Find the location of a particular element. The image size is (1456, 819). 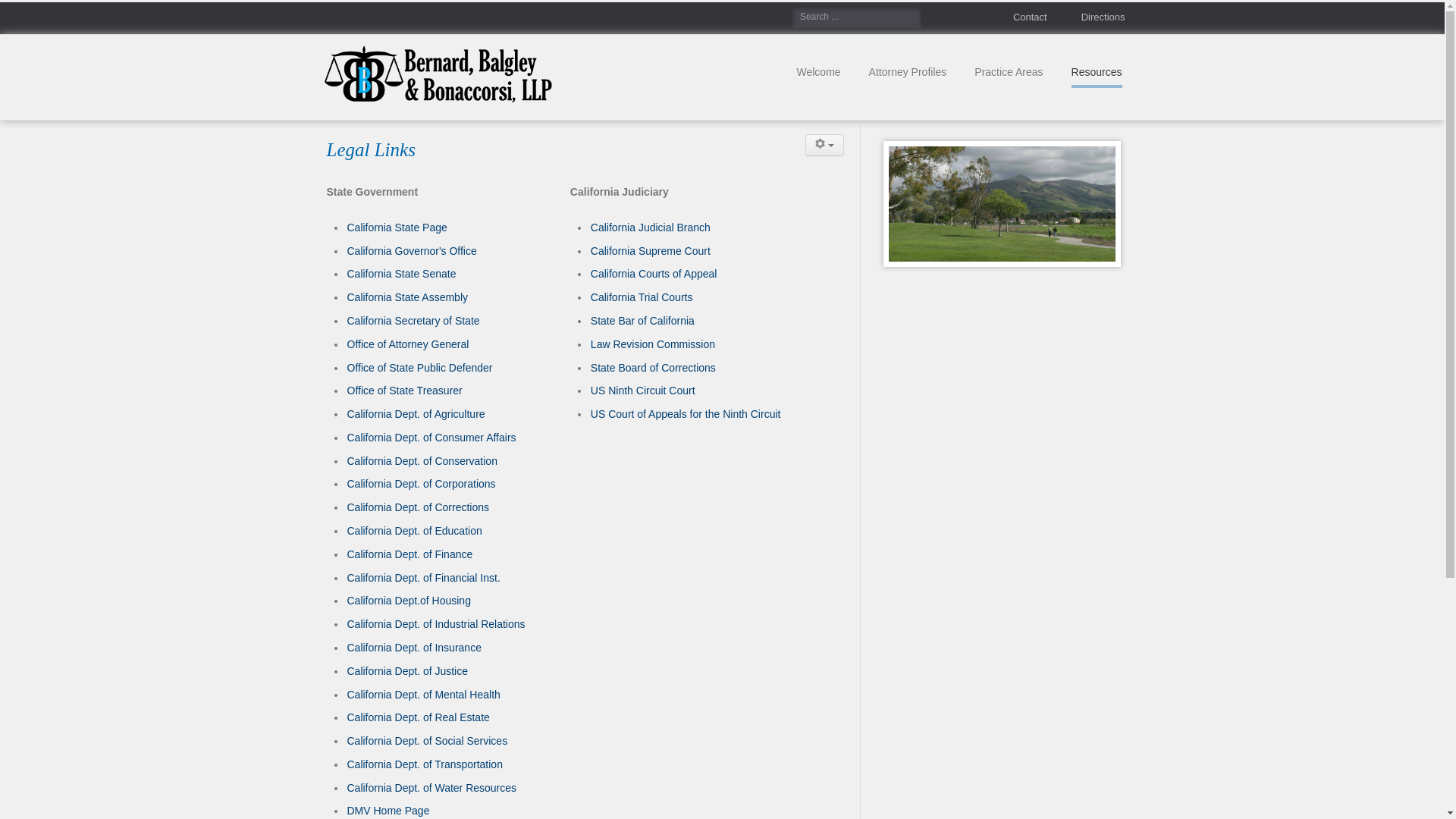

'California Dept. of Corporations' is located at coordinates (346, 483).